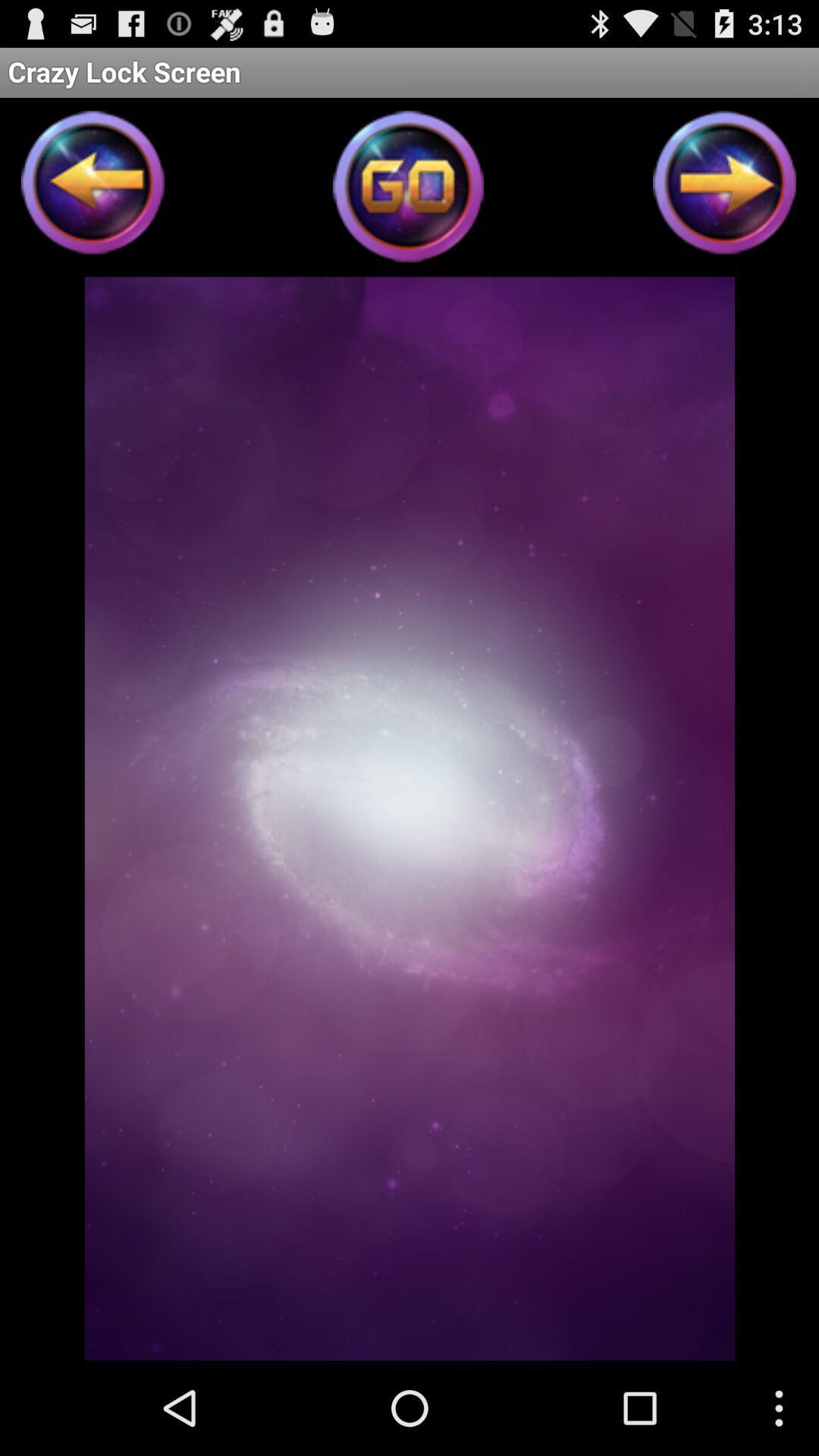 This screenshot has height=1456, width=819. I want to click on go back, so click(93, 187).